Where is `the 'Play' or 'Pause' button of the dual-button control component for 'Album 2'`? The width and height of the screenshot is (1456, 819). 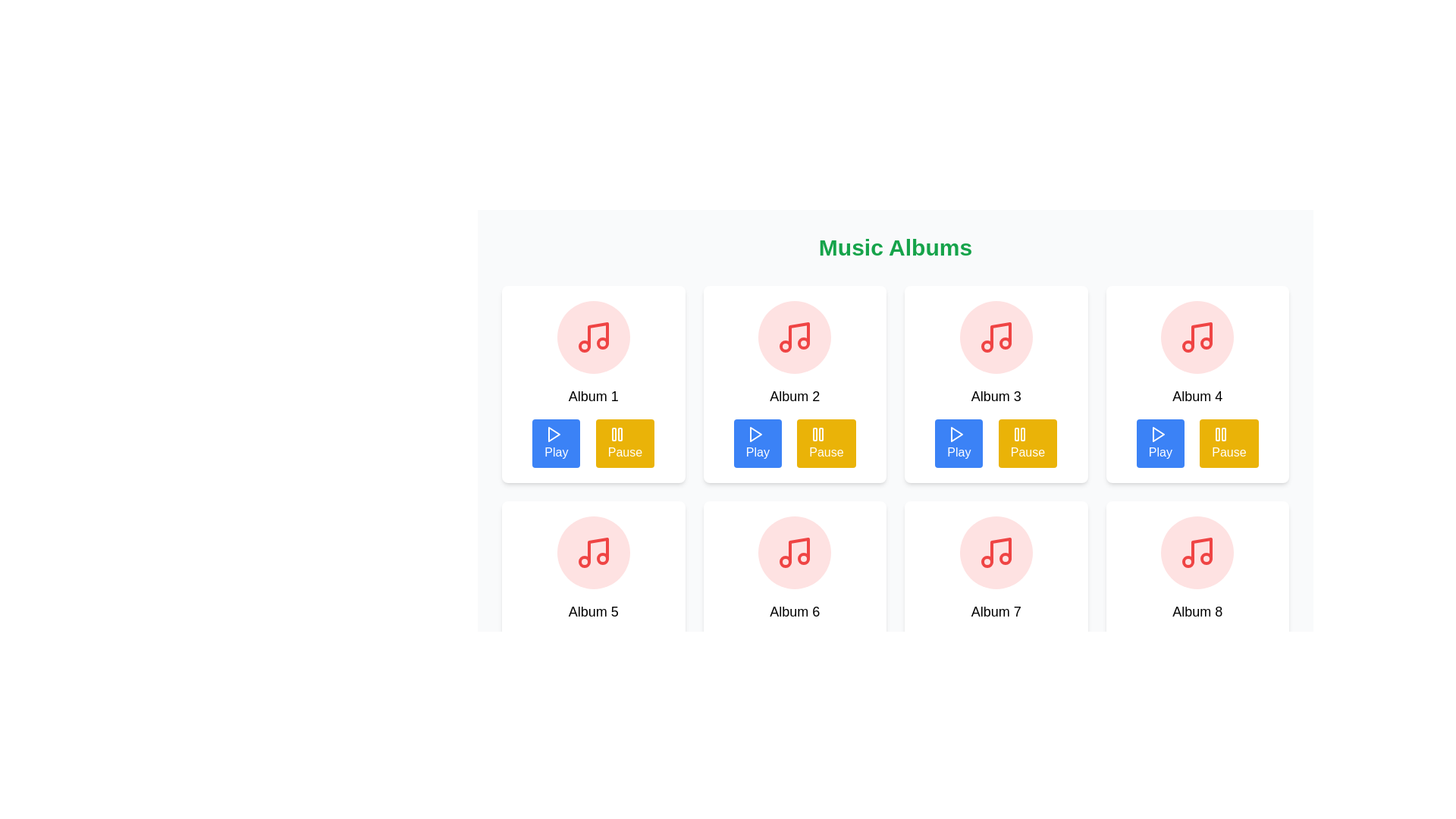
the 'Play' or 'Pause' button of the dual-button control component for 'Album 2' is located at coordinates (794, 444).